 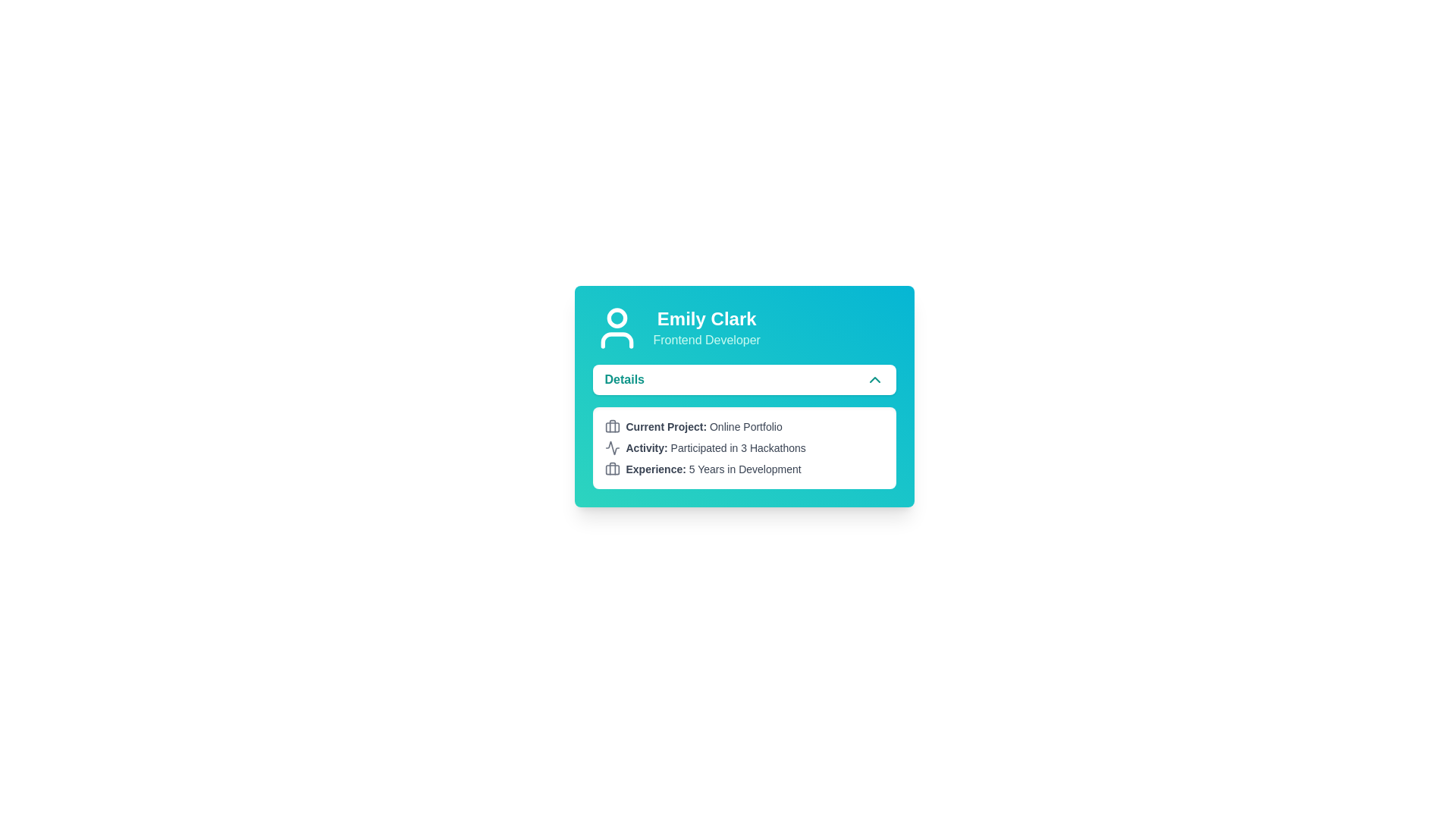 I want to click on the suitcase icon that is styled with a gray color and rounded edges, located adjacent to the text 'Current Project: Online Portfolio' in the dropdown section, so click(x=612, y=427).